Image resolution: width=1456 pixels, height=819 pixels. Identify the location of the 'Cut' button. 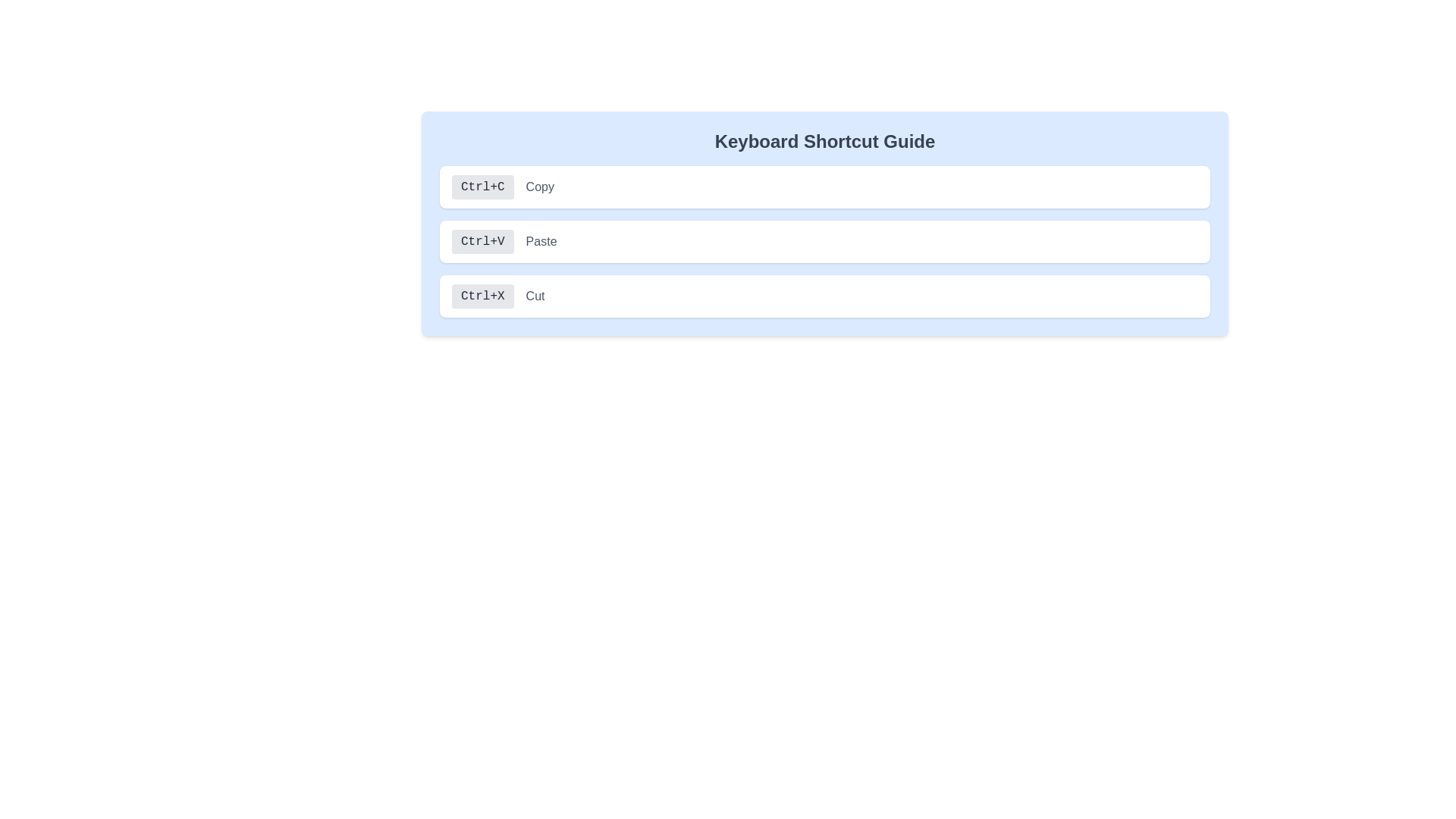
(824, 296).